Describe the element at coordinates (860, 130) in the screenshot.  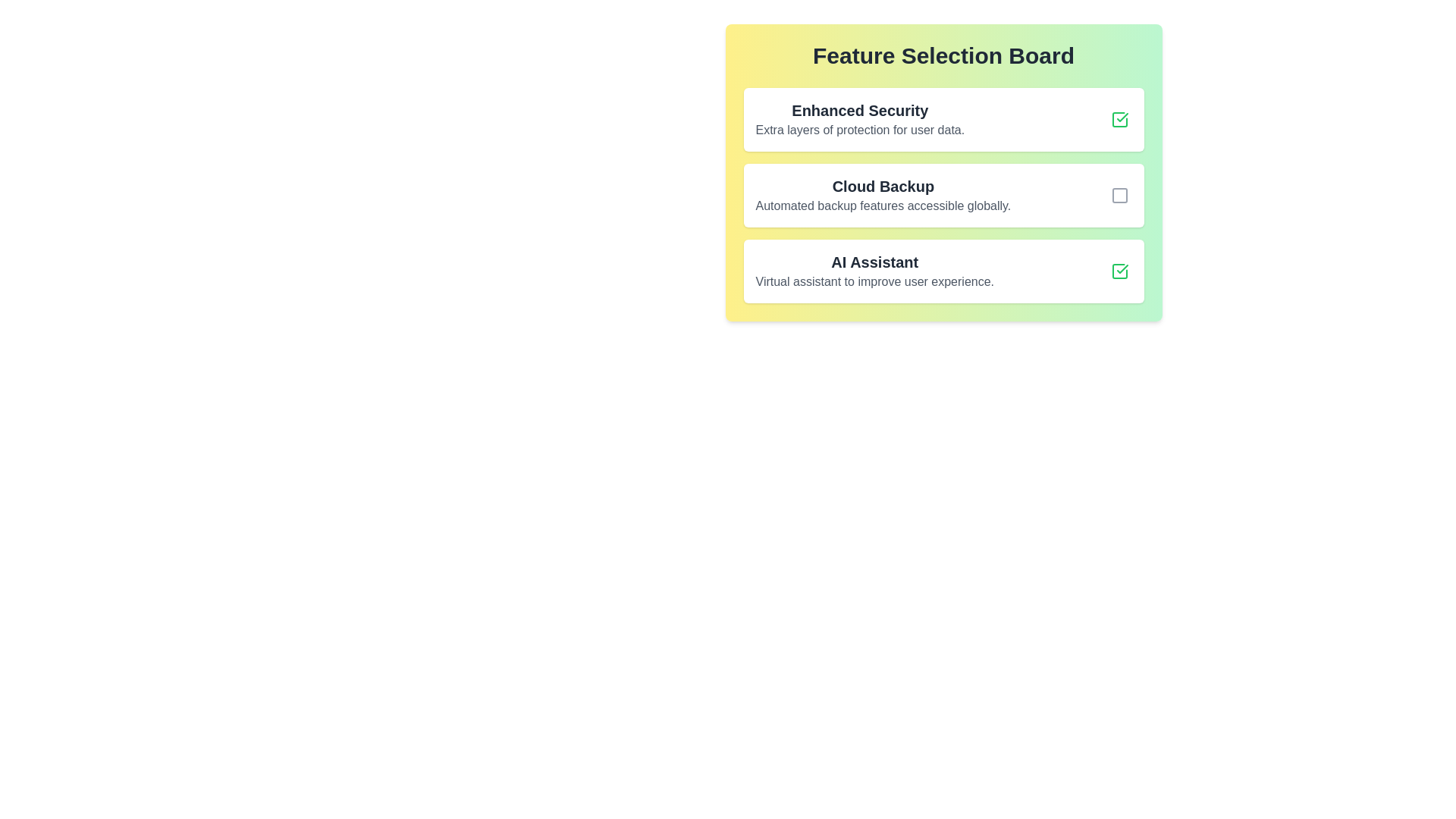
I see `text segment that states 'Extra layers of protection for user data.' which is styled in gray and located below the 'Enhanced Security' heading in the Feature Selection Board` at that location.